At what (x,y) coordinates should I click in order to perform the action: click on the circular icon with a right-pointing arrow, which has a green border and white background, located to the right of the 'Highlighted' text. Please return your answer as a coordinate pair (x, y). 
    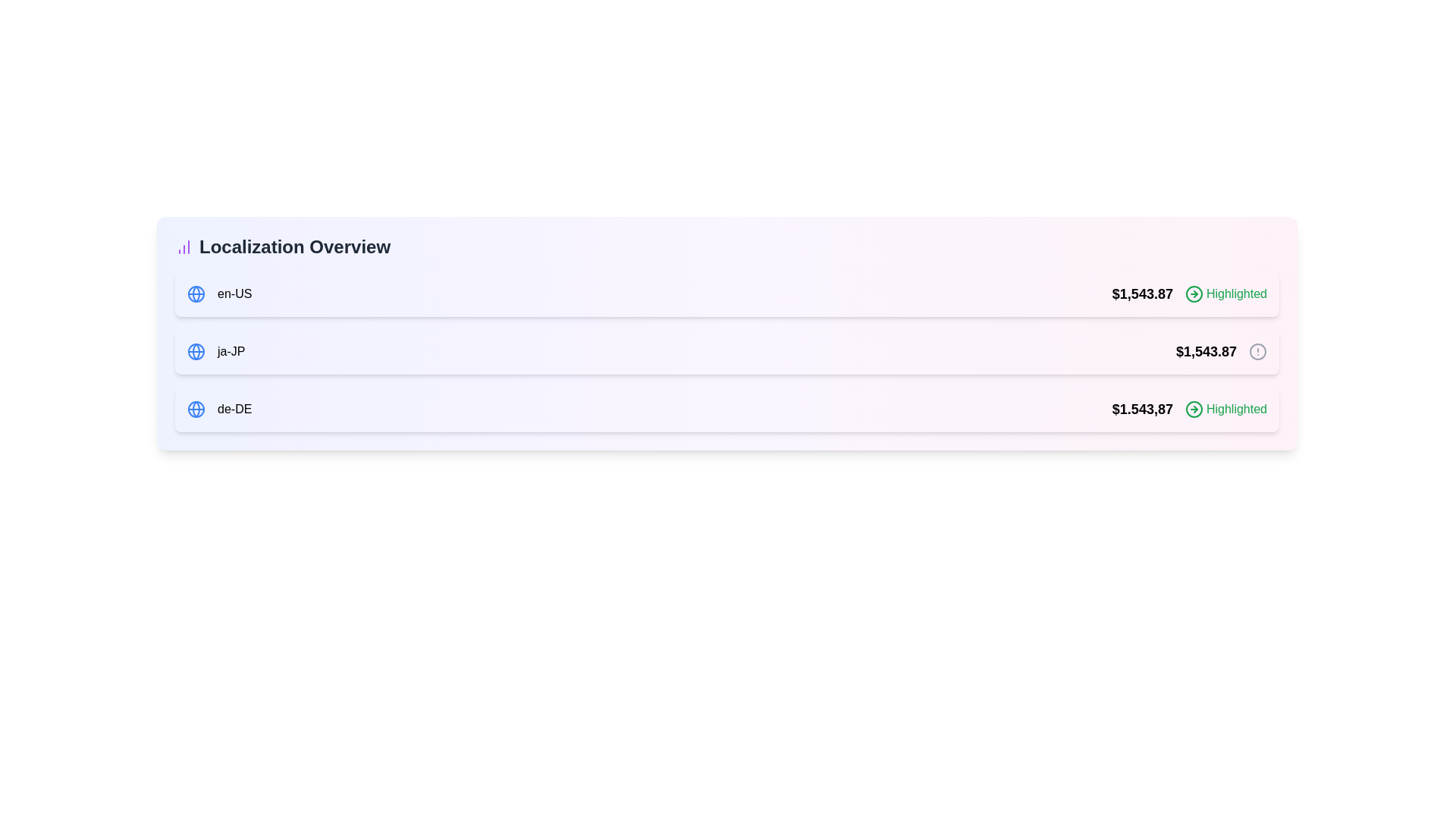
    Looking at the image, I should click on (1193, 294).